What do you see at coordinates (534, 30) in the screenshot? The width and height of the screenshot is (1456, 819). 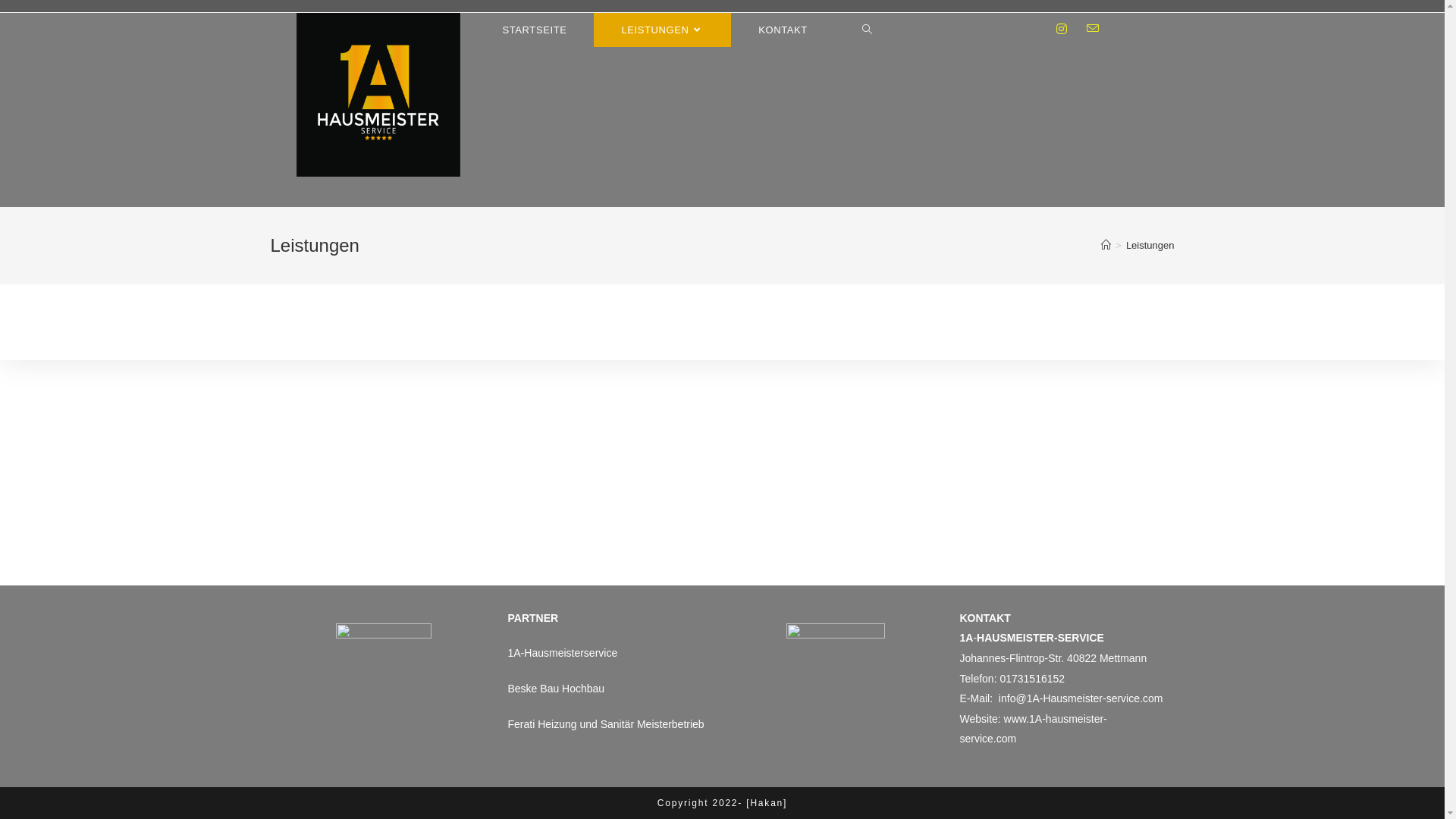 I see `'STARTSEITE'` at bounding box center [534, 30].